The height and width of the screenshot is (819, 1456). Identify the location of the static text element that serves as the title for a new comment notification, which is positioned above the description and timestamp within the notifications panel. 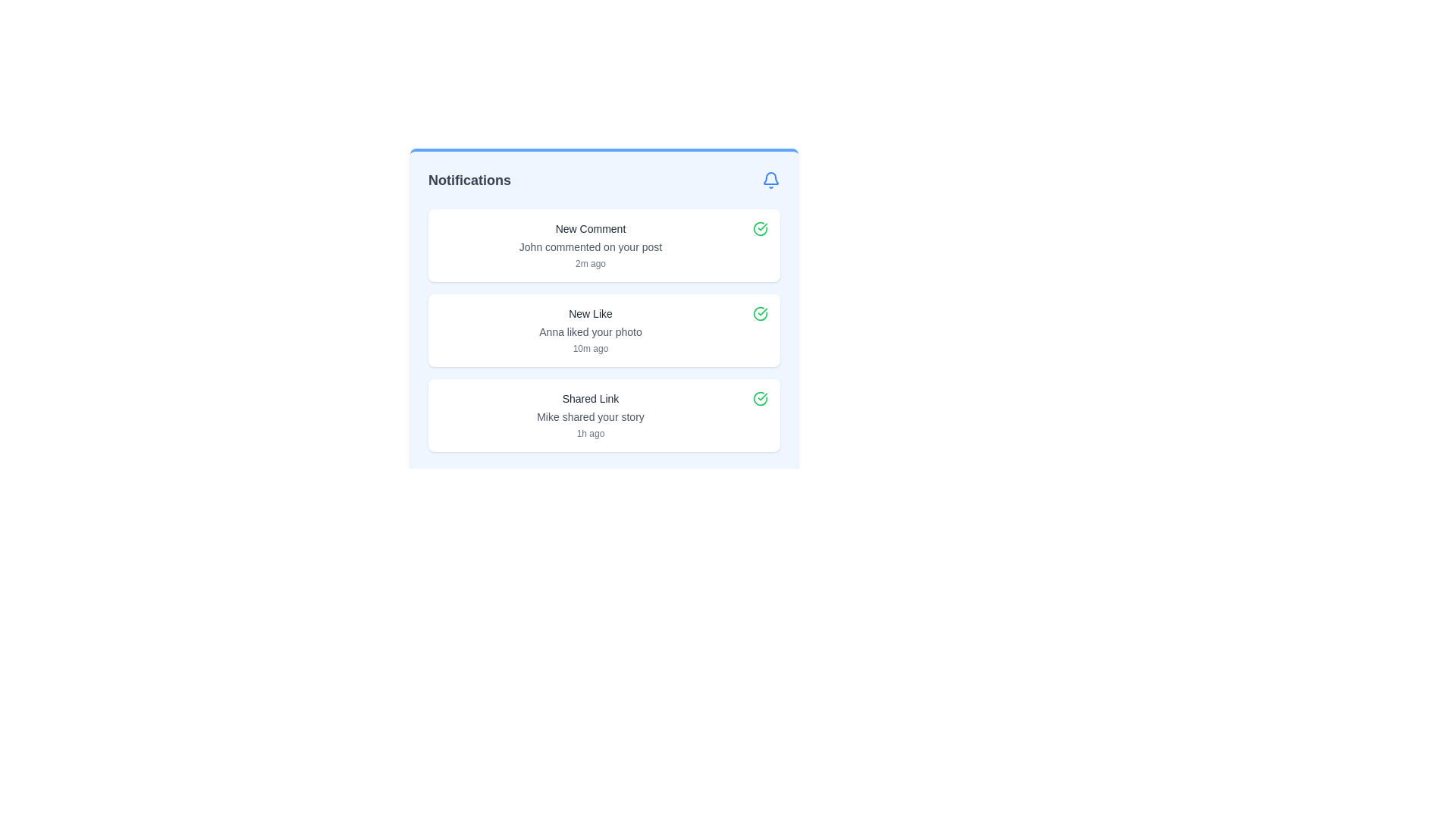
(589, 228).